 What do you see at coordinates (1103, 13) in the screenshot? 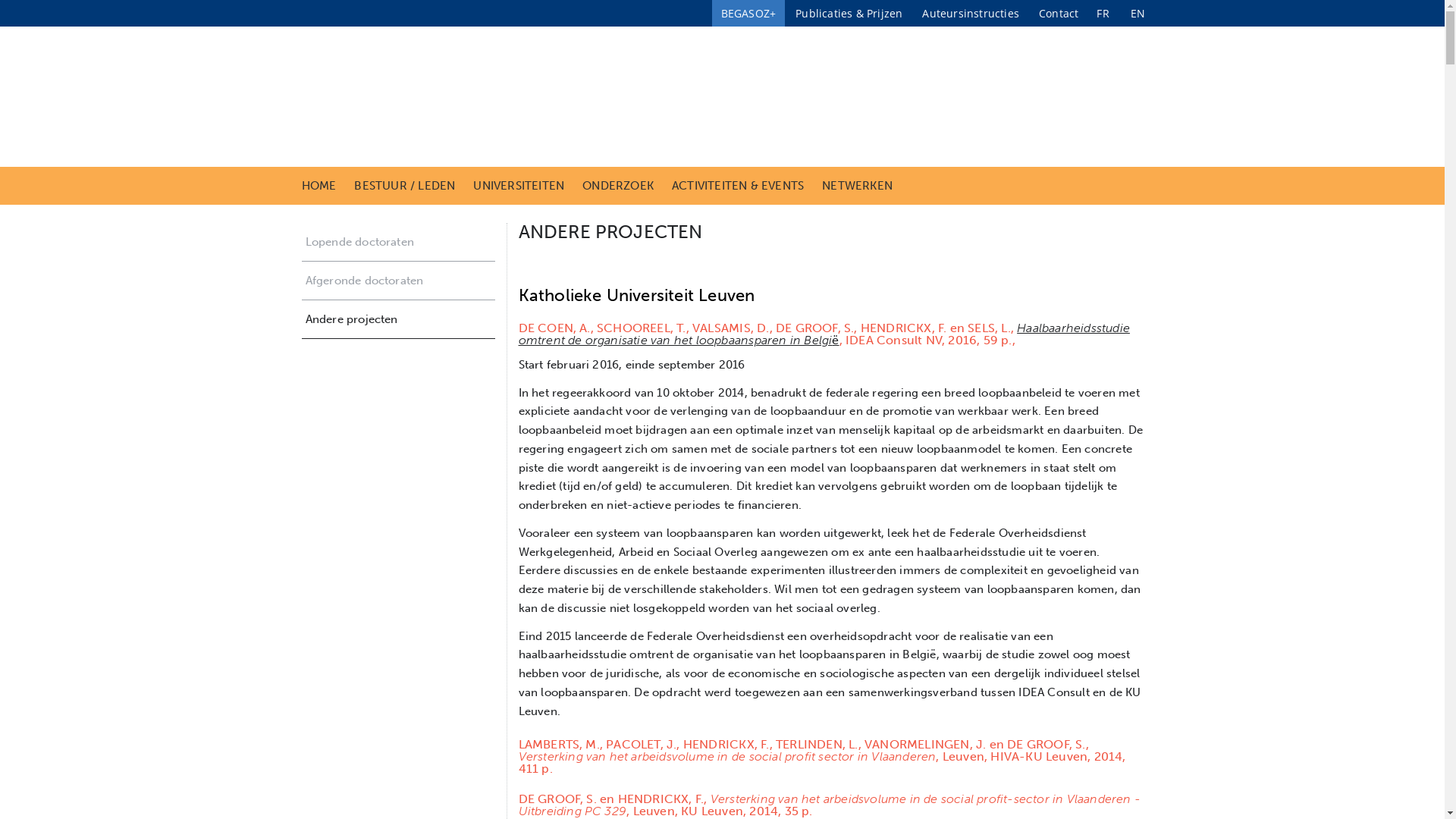
I see `'FR'` at bounding box center [1103, 13].